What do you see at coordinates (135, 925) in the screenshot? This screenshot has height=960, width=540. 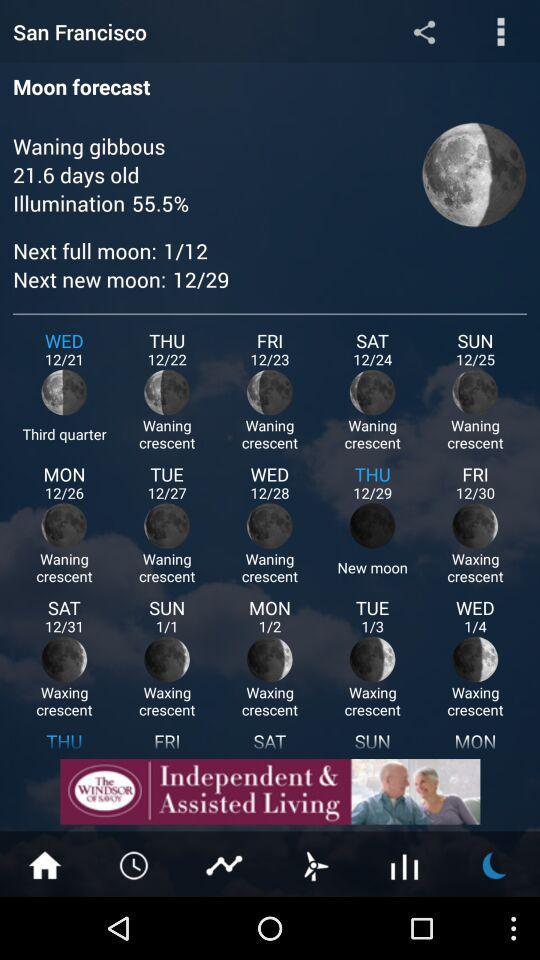 I see `the time icon` at bounding box center [135, 925].